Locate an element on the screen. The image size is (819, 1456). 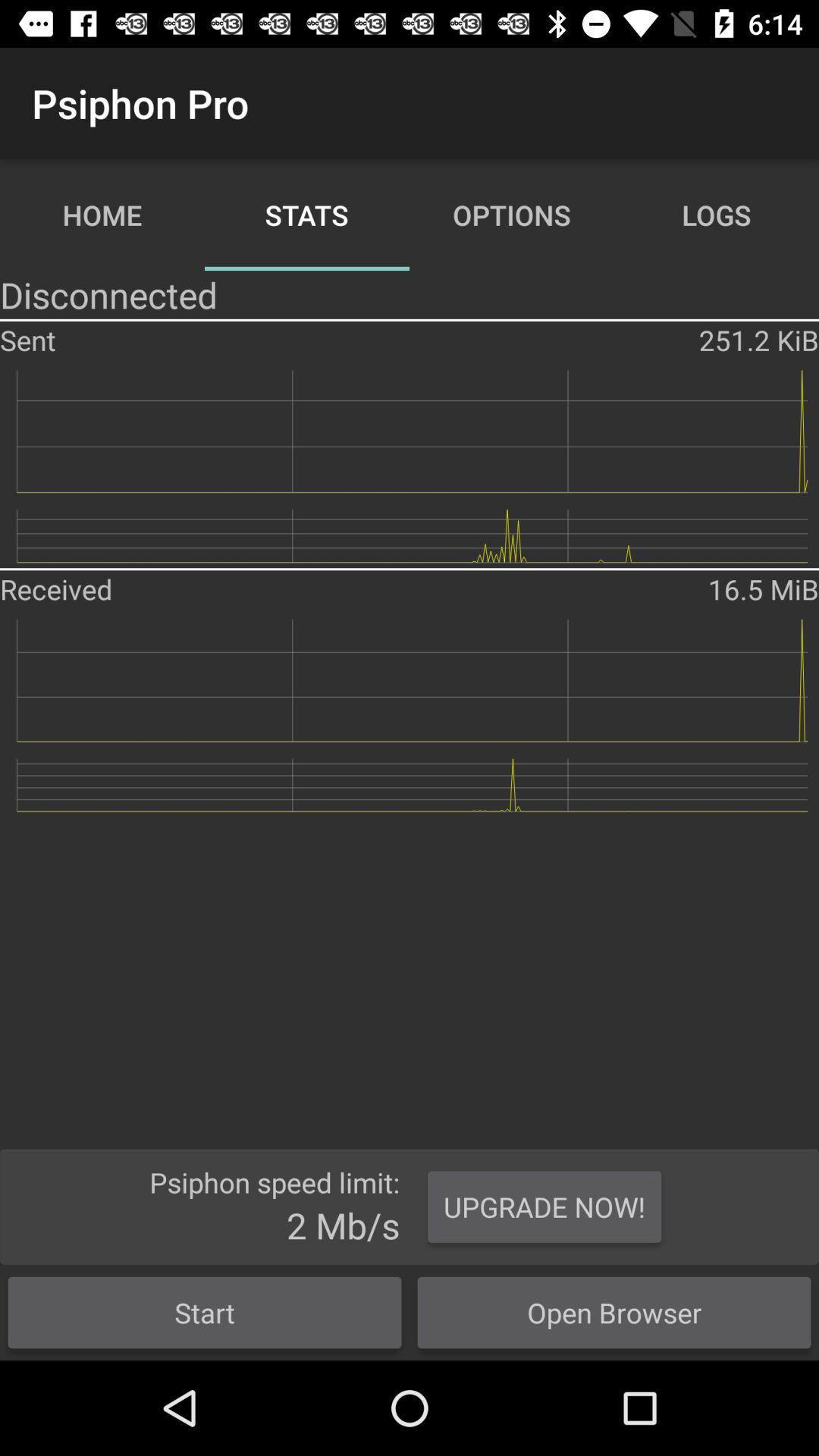
start is located at coordinates (205, 1312).